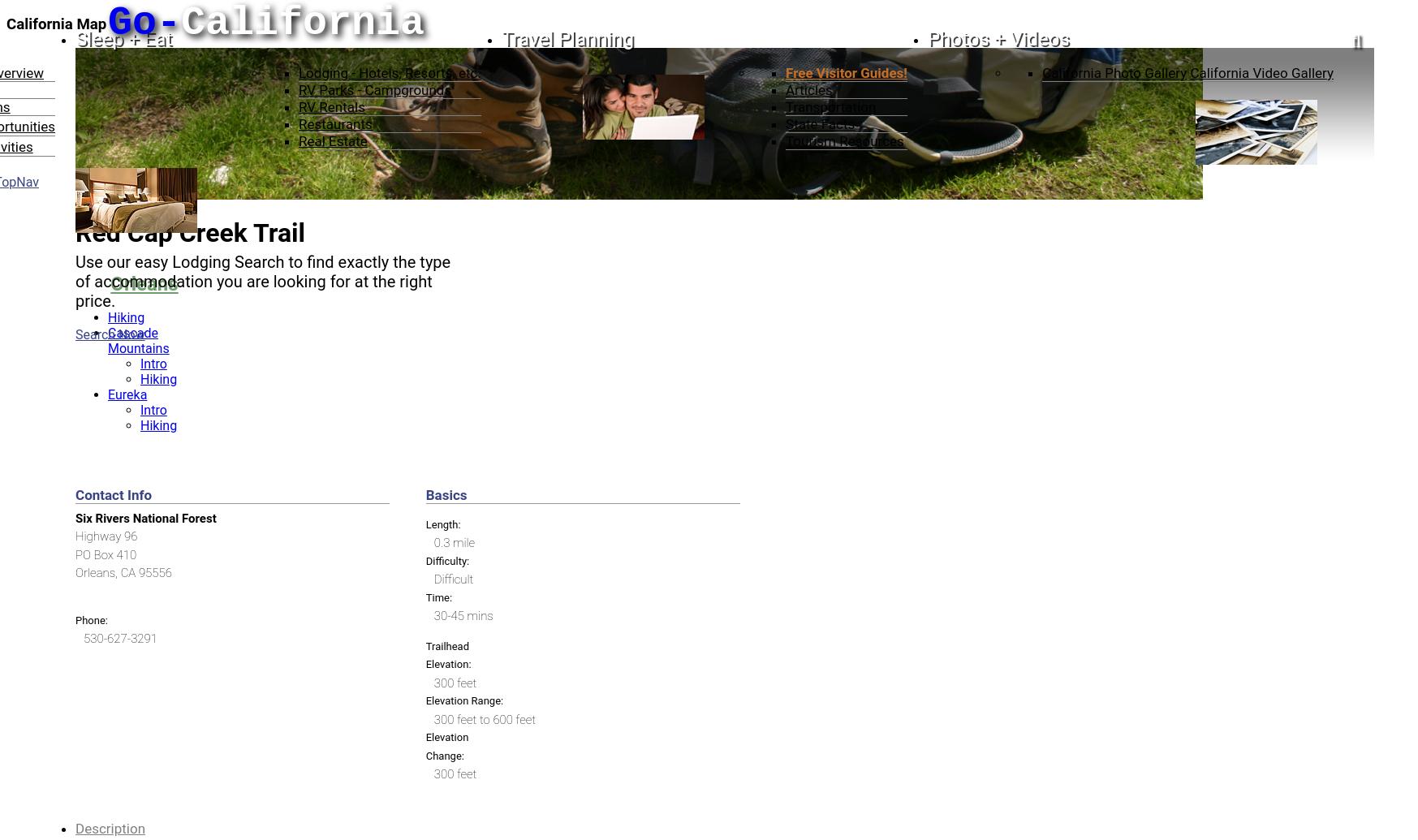 The height and width of the screenshot is (840, 1418). I want to click on 'Six Rivers National Forest', so click(75, 516).